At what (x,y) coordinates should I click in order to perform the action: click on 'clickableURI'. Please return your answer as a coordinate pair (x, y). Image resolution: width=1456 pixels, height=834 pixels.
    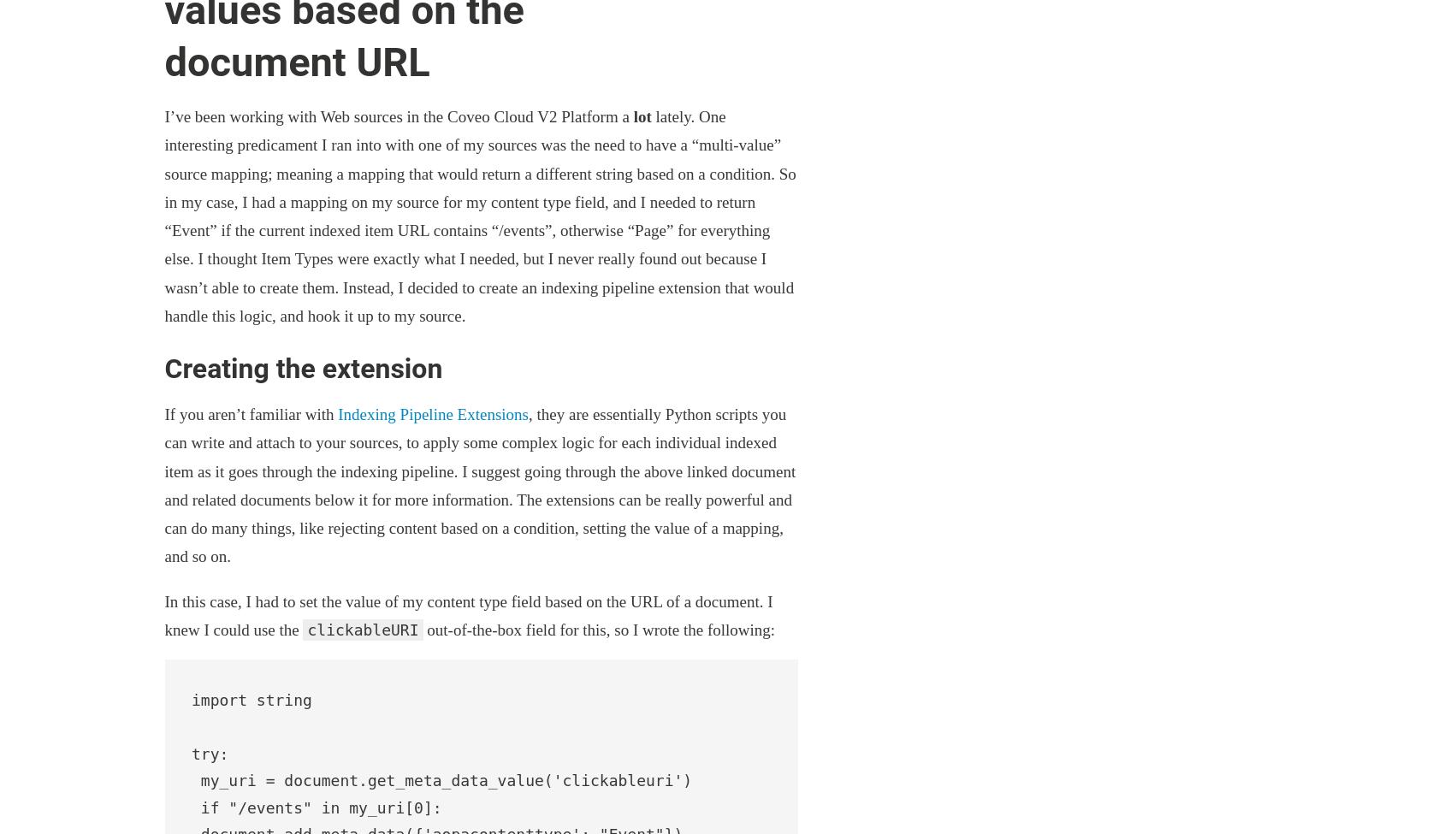
    Looking at the image, I should click on (362, 628).